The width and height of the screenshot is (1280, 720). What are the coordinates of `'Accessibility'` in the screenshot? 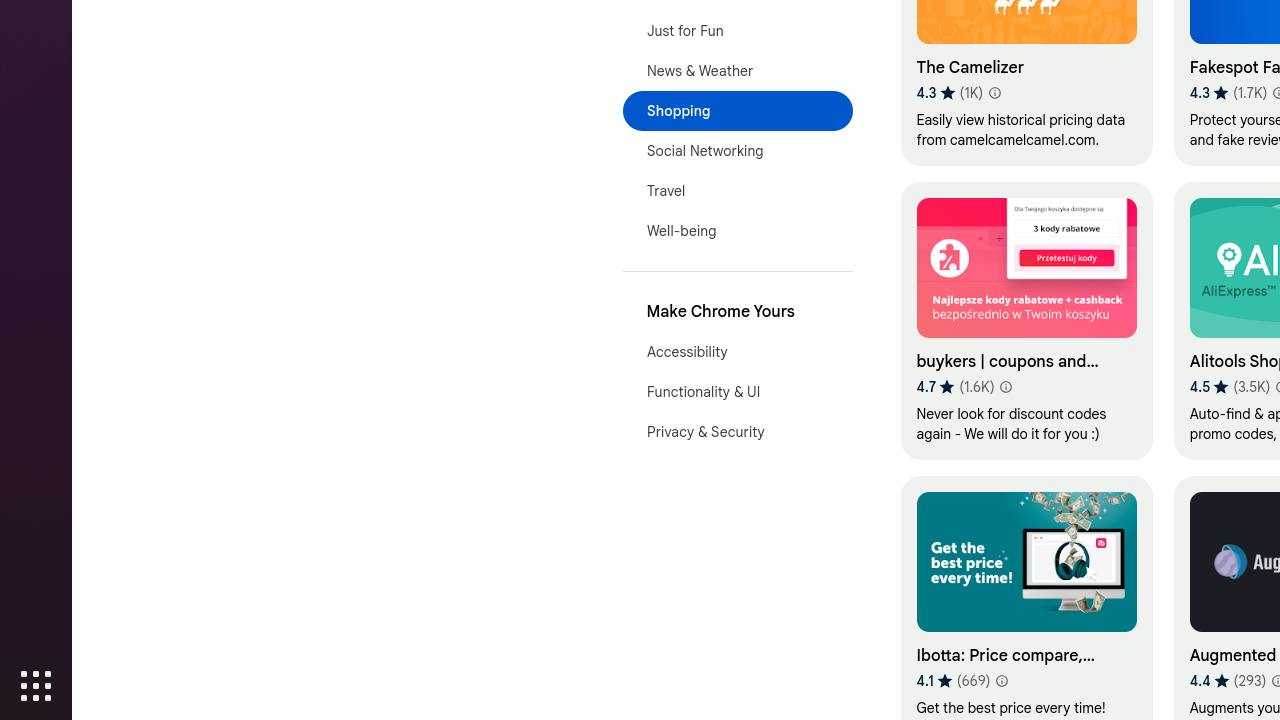 It's located at (736, 351).